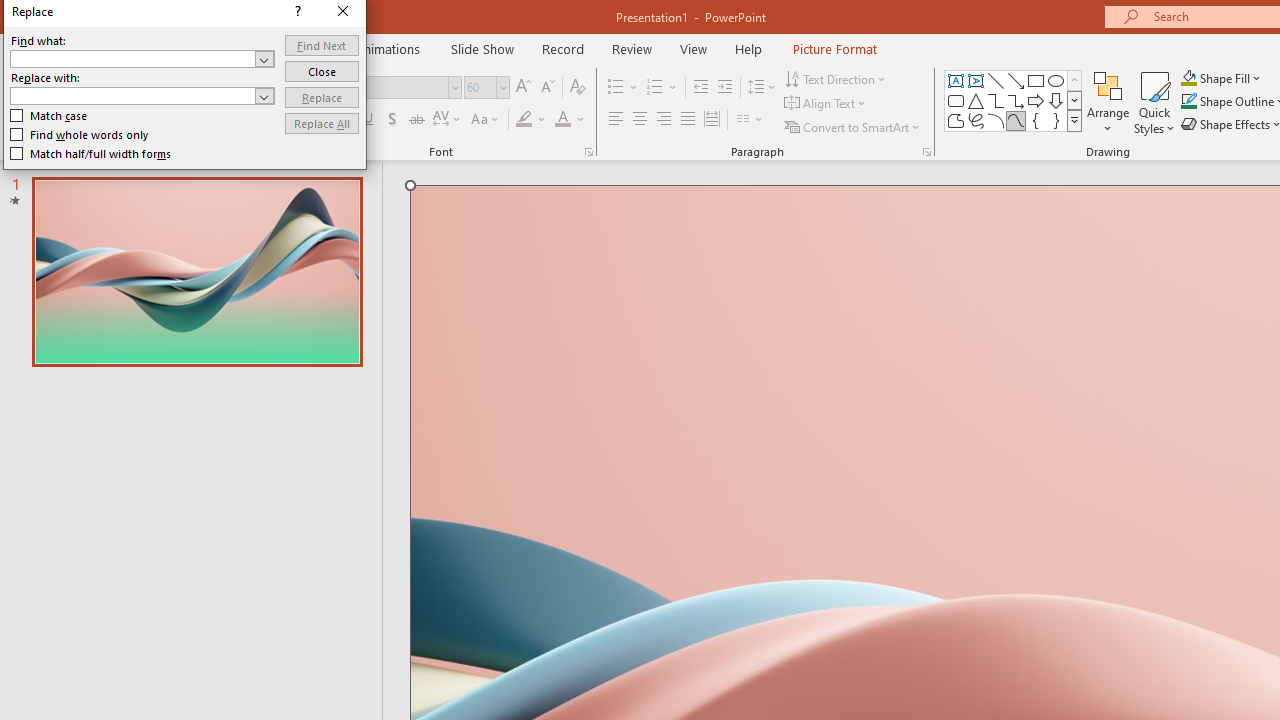  What do you see at coordinates (80, 135) in the screenshot?
I see `'Find whole words only'` at bounding box center [80, 135].